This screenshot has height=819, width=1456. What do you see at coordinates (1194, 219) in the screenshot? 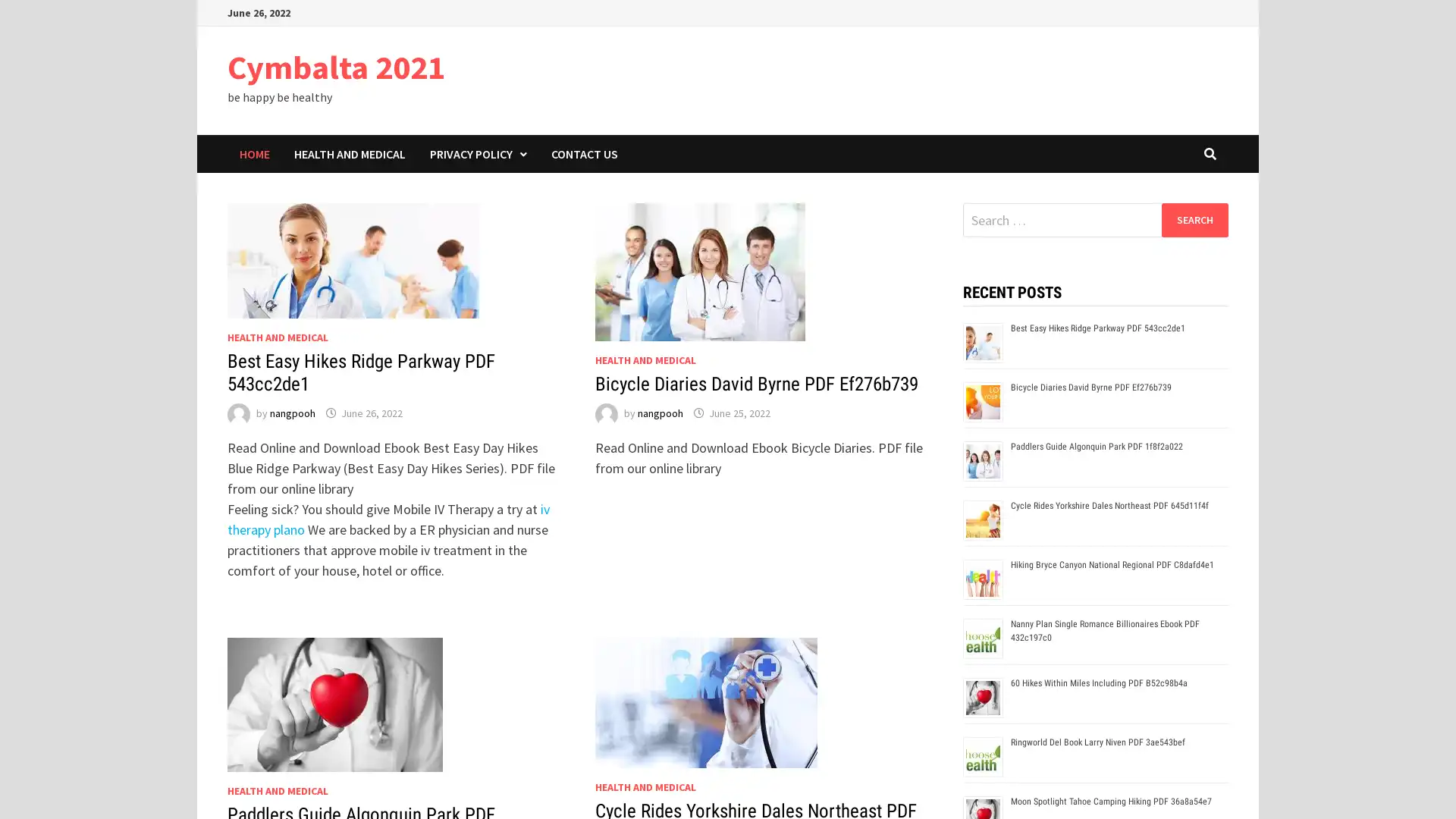
I see `Search` at bounding box center [1194, 219].